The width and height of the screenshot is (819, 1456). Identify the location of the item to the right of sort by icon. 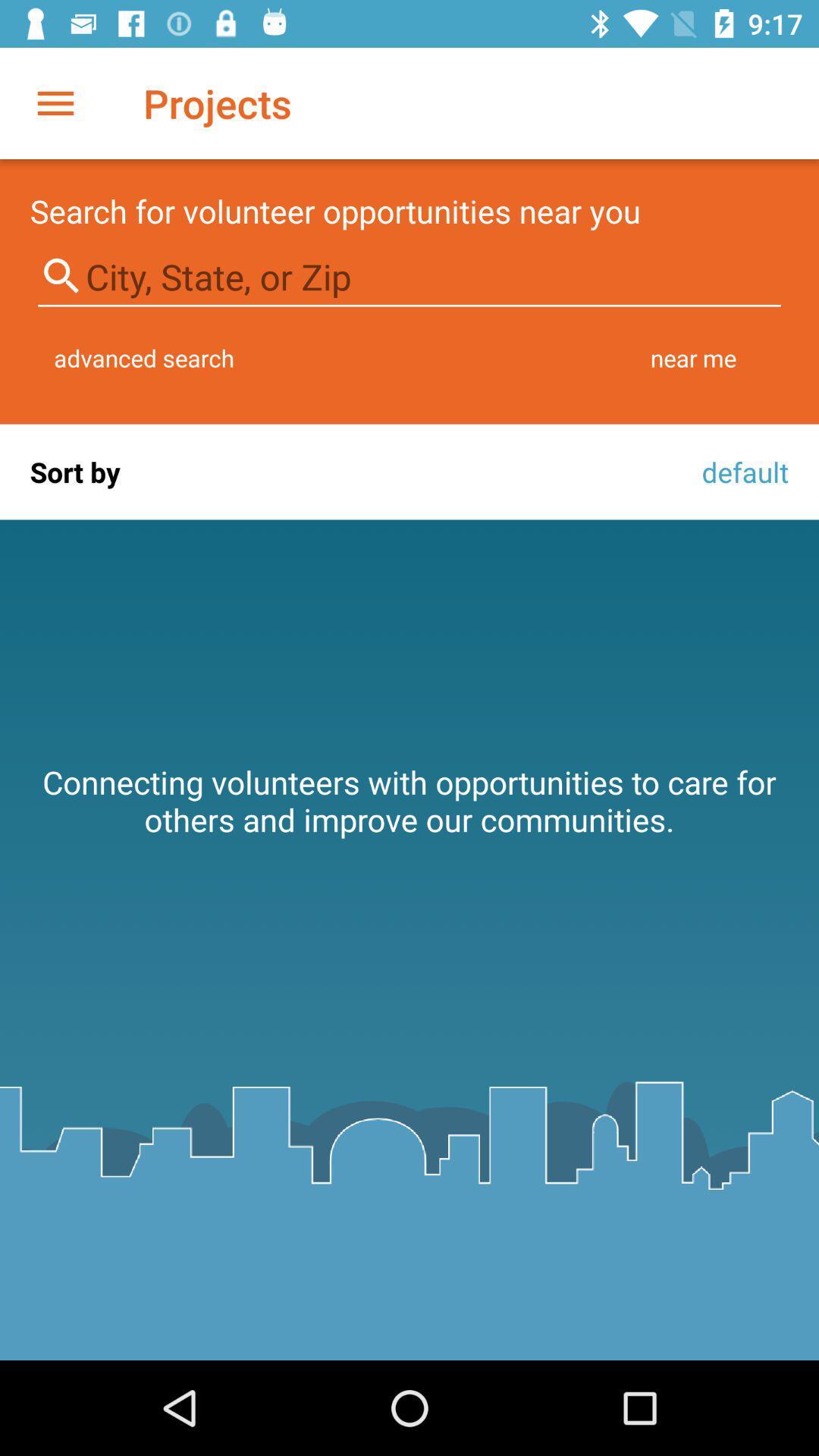
(740, 471).